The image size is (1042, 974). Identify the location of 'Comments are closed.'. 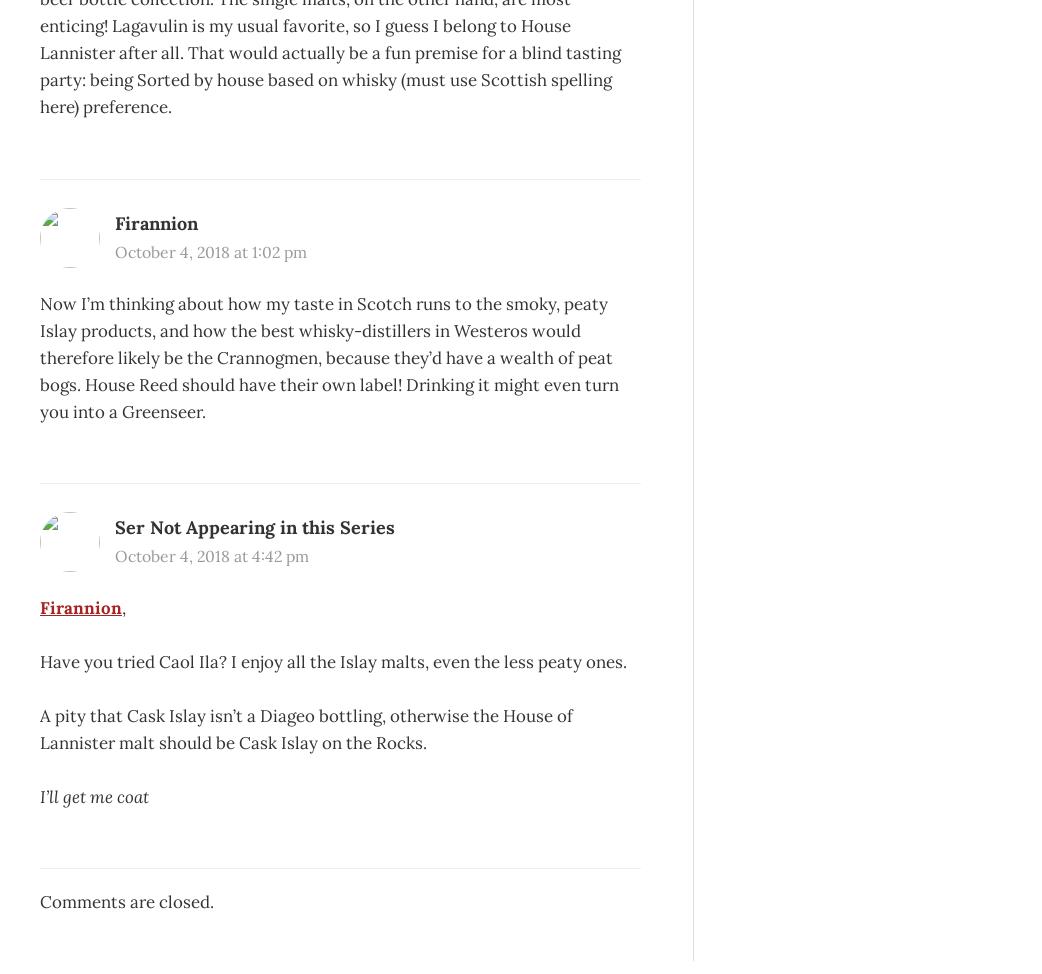
(127, 900).